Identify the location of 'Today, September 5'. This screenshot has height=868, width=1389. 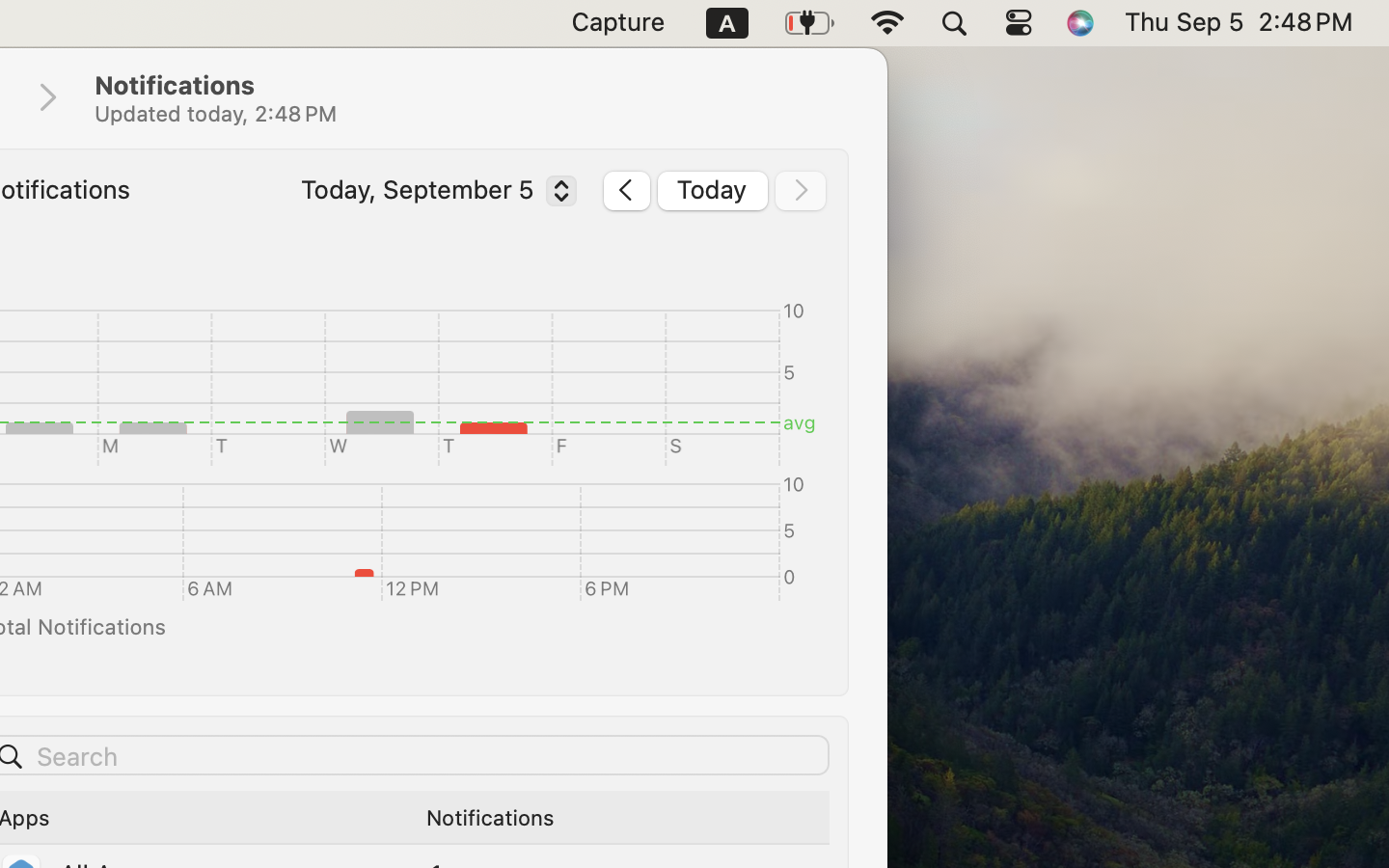
(434, 193).